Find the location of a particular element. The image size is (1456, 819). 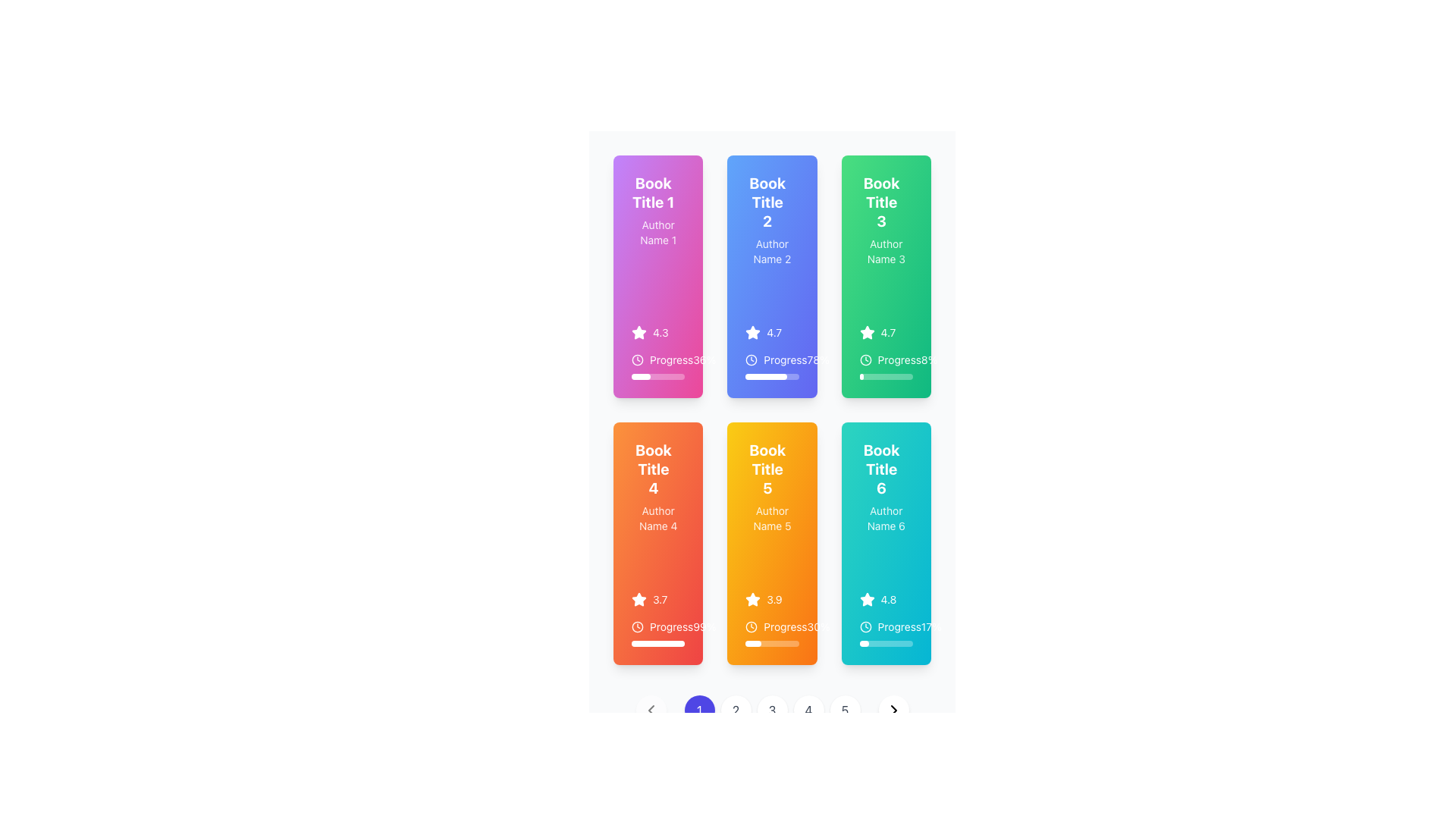

the third circular button in the pagination control at the bottom center of the interface is located at coordinates (772, 711).